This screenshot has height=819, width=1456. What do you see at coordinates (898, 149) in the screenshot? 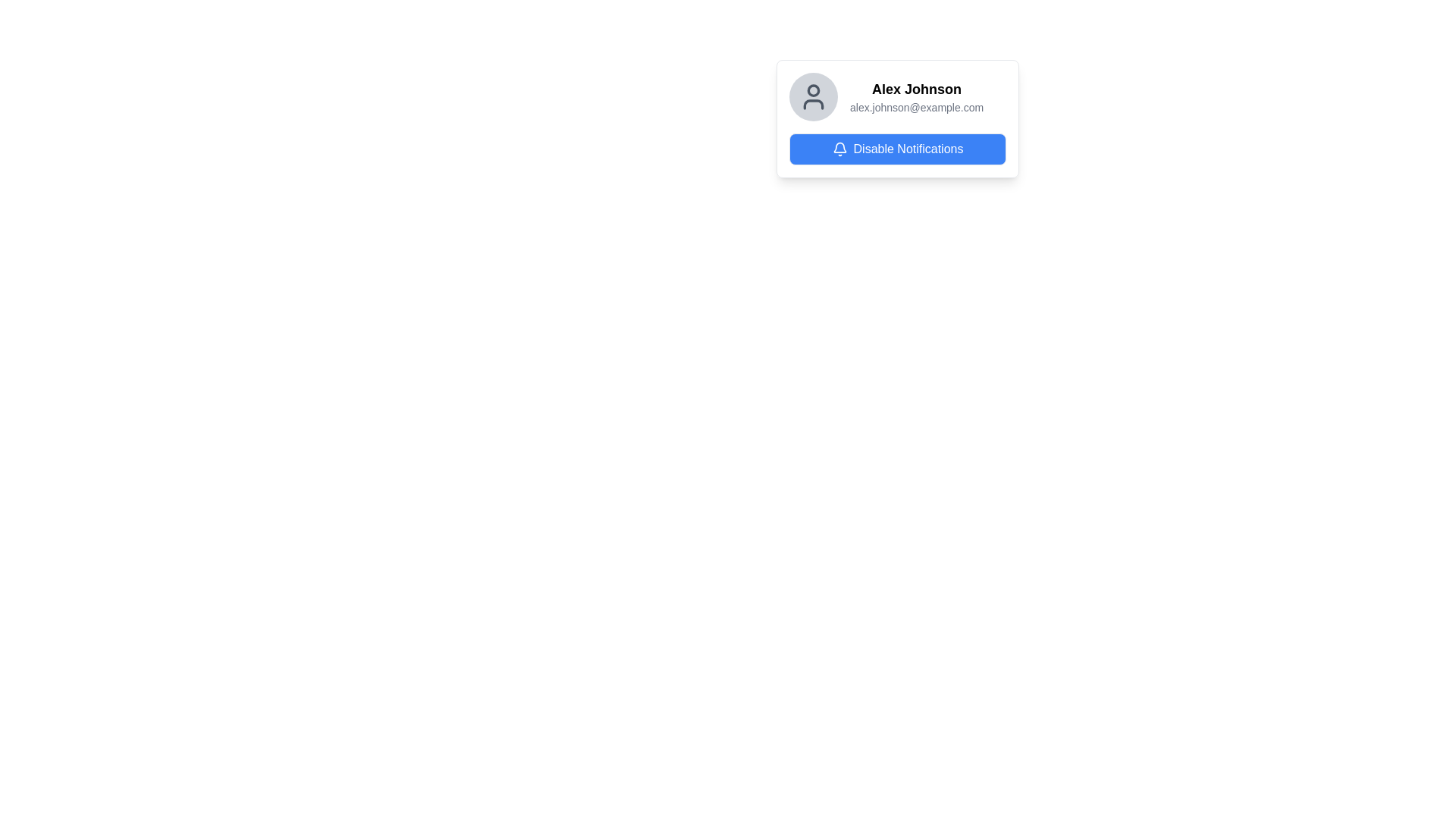
I see `the notifications disable button located at the bottom of the user details card displaying 'Alex Johnson' and their email address` at bounding box center [898, 149].